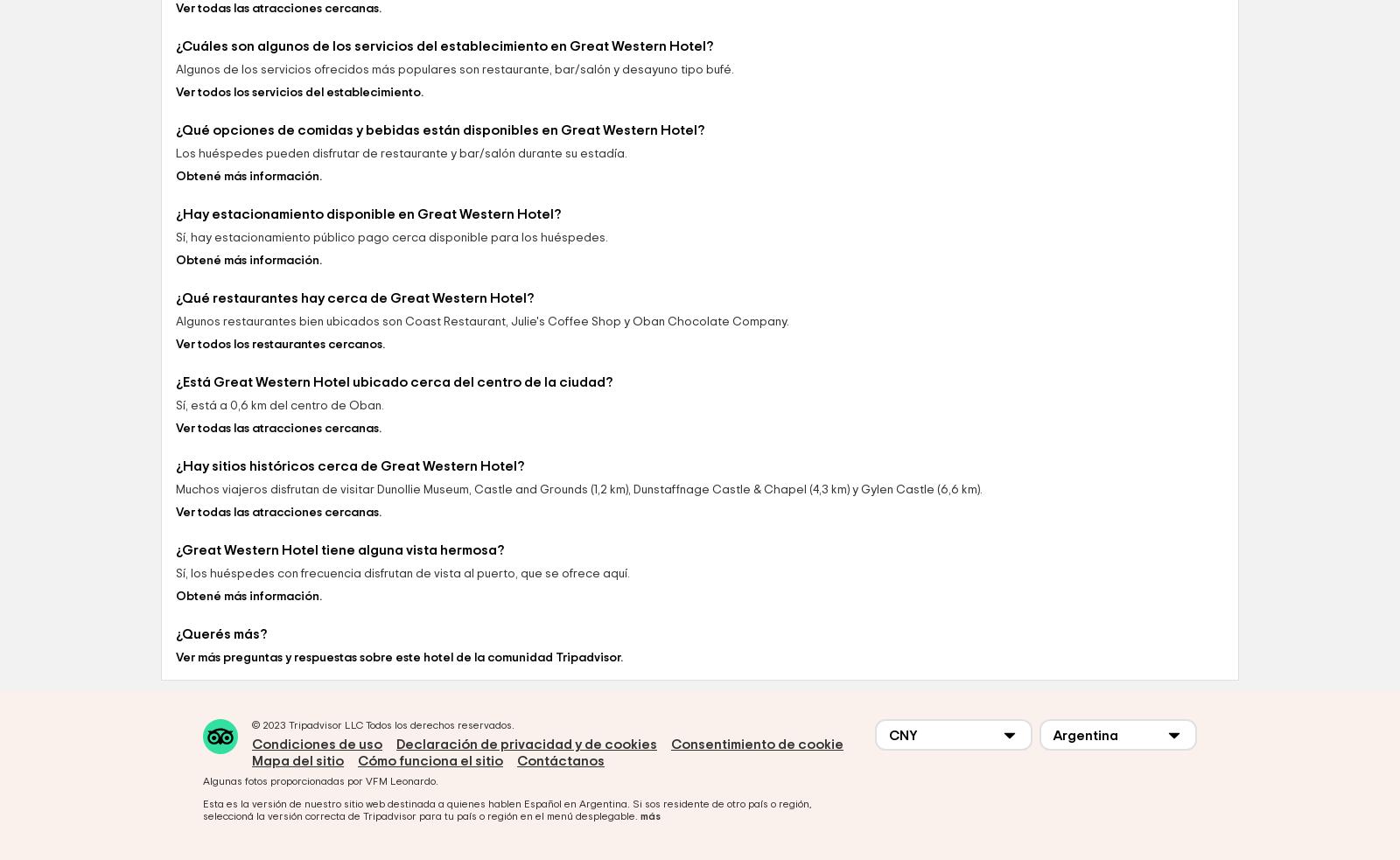 This screenshot has width=1400, height=860. Describe the element at coordinates (174, 252) in the screenshot. I see `'¿Qué opciones de comidas y bebidas están disponibles en Great Western Hotel?'` at that location.